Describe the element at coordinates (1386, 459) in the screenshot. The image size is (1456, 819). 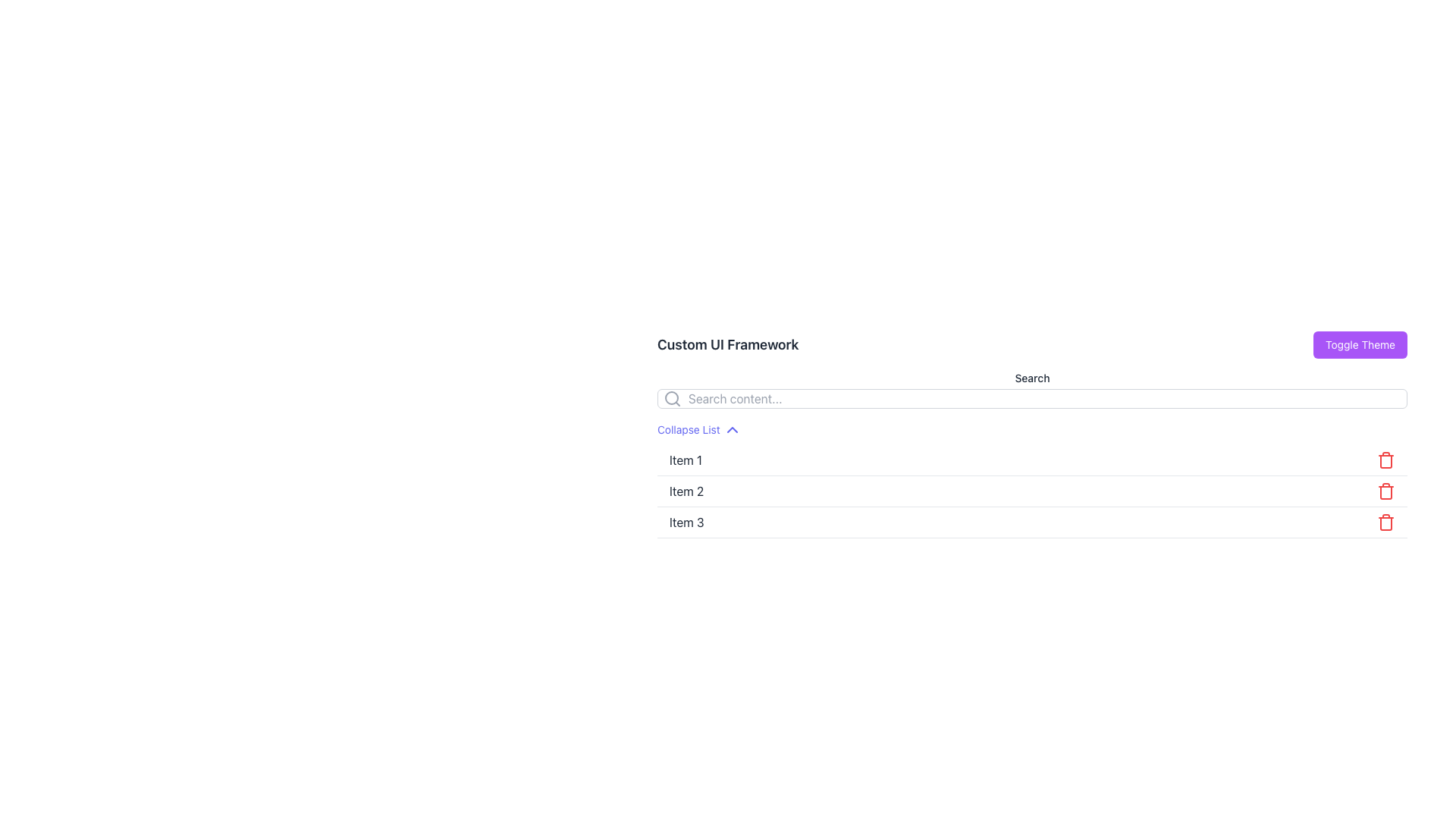
I see `the delete button located in the top-right of the row labeled 'Item 1' to initiate the delete action` at that location.